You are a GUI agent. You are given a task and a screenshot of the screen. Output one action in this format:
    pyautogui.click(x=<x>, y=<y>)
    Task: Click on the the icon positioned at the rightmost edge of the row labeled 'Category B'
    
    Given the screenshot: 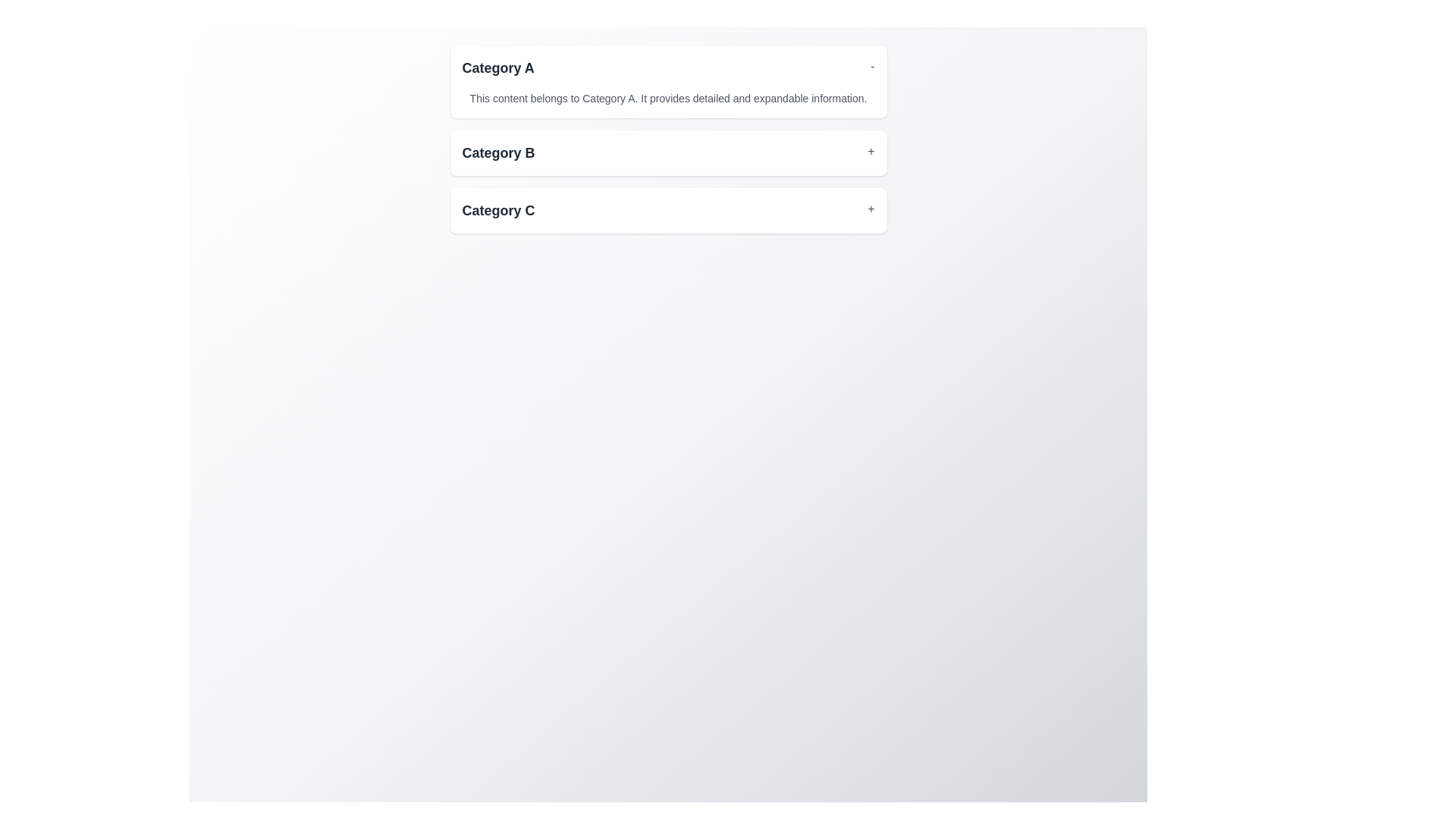 What is the action you would take?
    pyautogui.click(x=871, y=152)
    